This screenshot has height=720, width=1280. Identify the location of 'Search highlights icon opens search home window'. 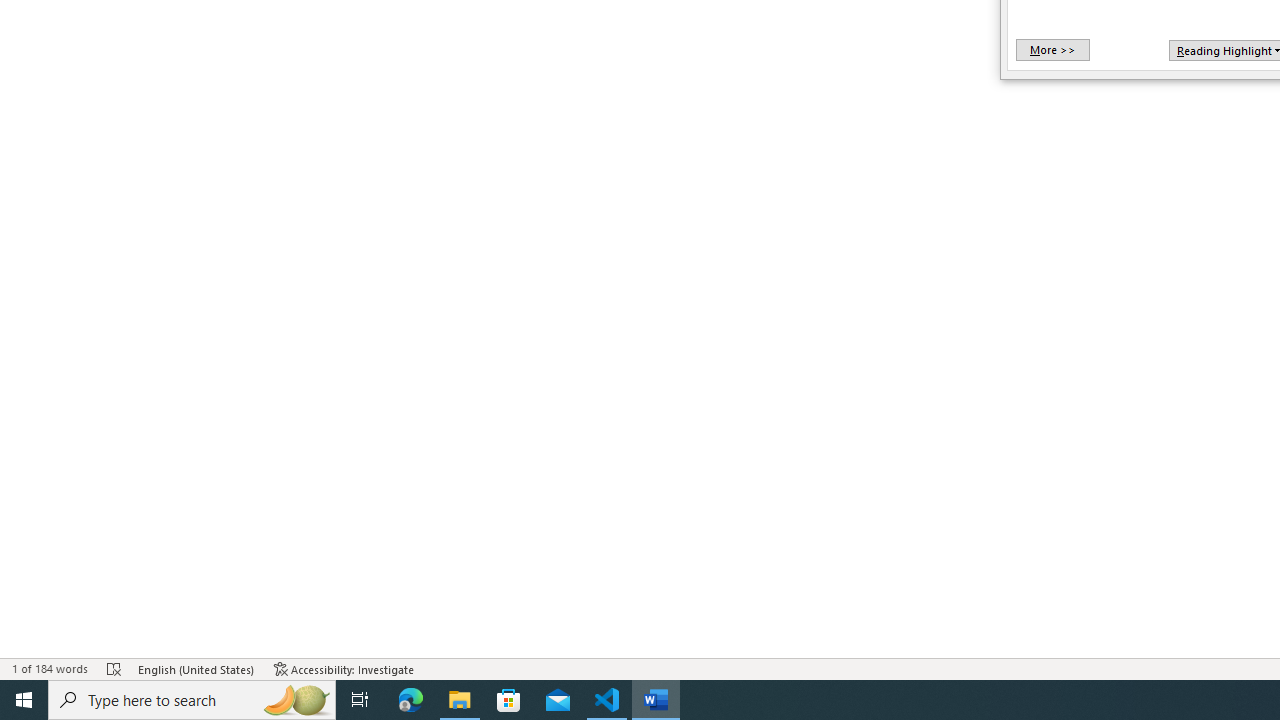
(294, 698).